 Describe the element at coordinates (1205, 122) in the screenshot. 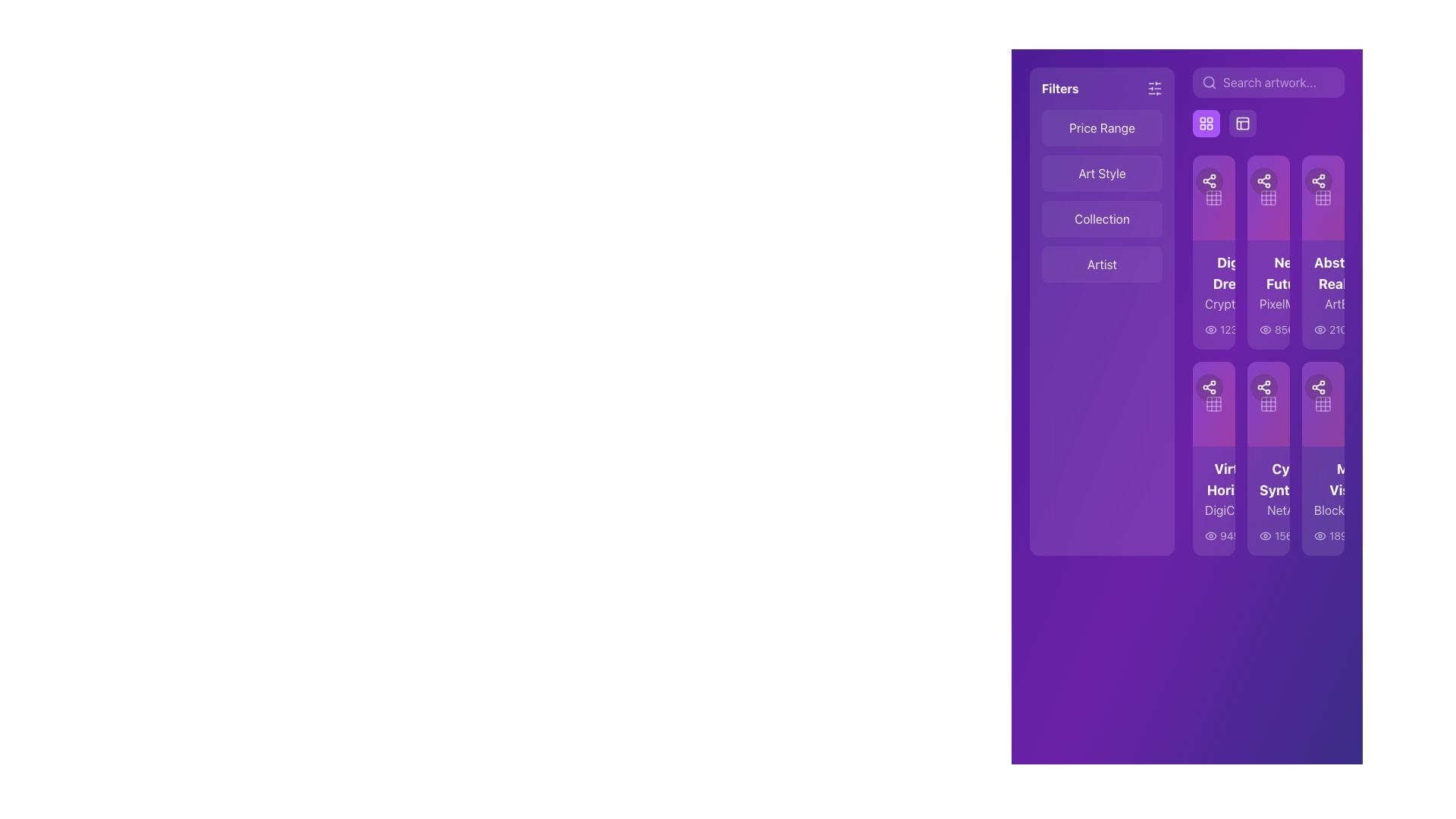

I see `the second interactive button from the left, located at the top section of the panel` at that location.